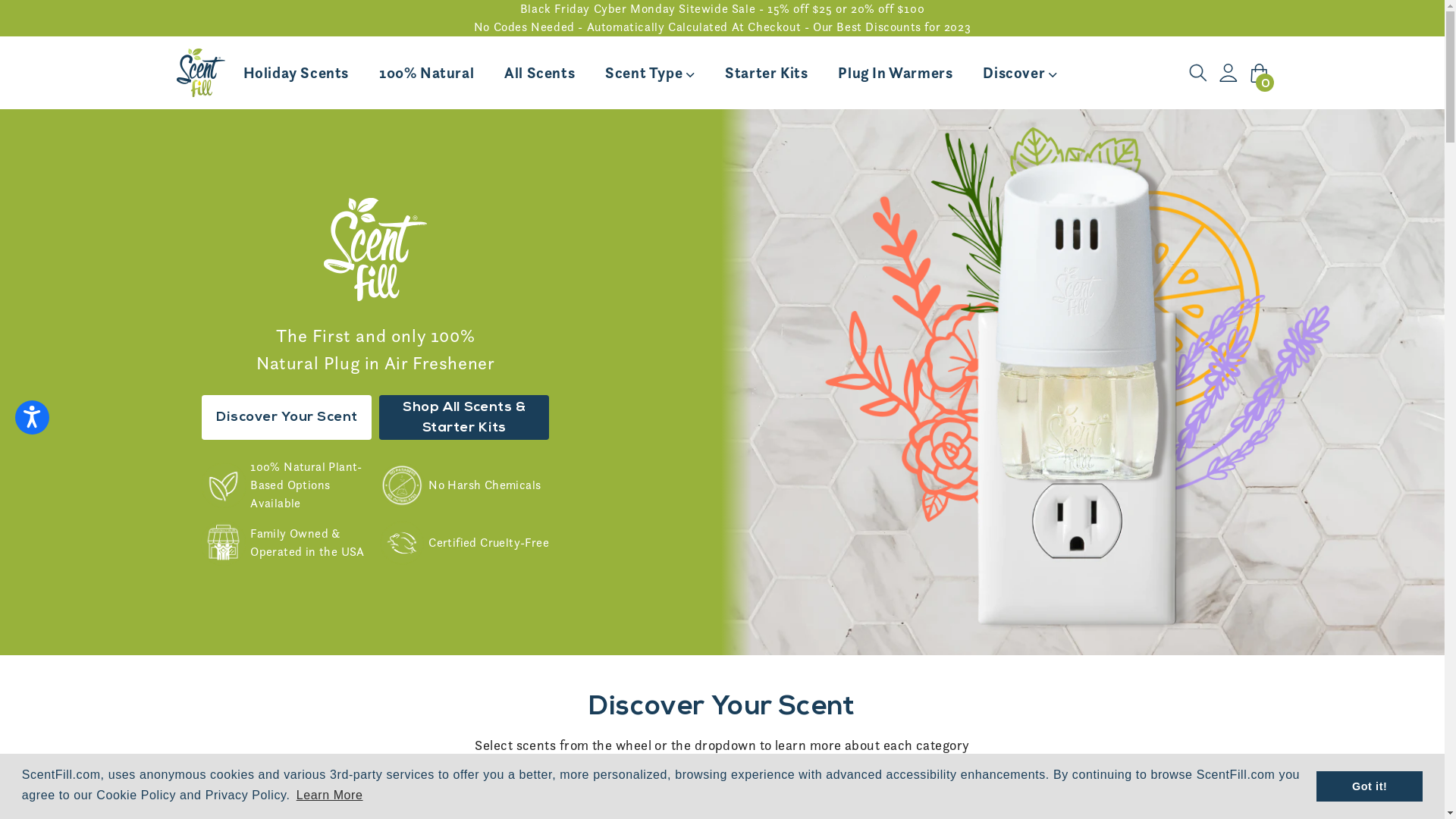 The image size is (1456, 819). What do you see at coordinates (295, 73) in the screenshot?
I see `'Holiday Scents'` at bounding box center [295, 73].